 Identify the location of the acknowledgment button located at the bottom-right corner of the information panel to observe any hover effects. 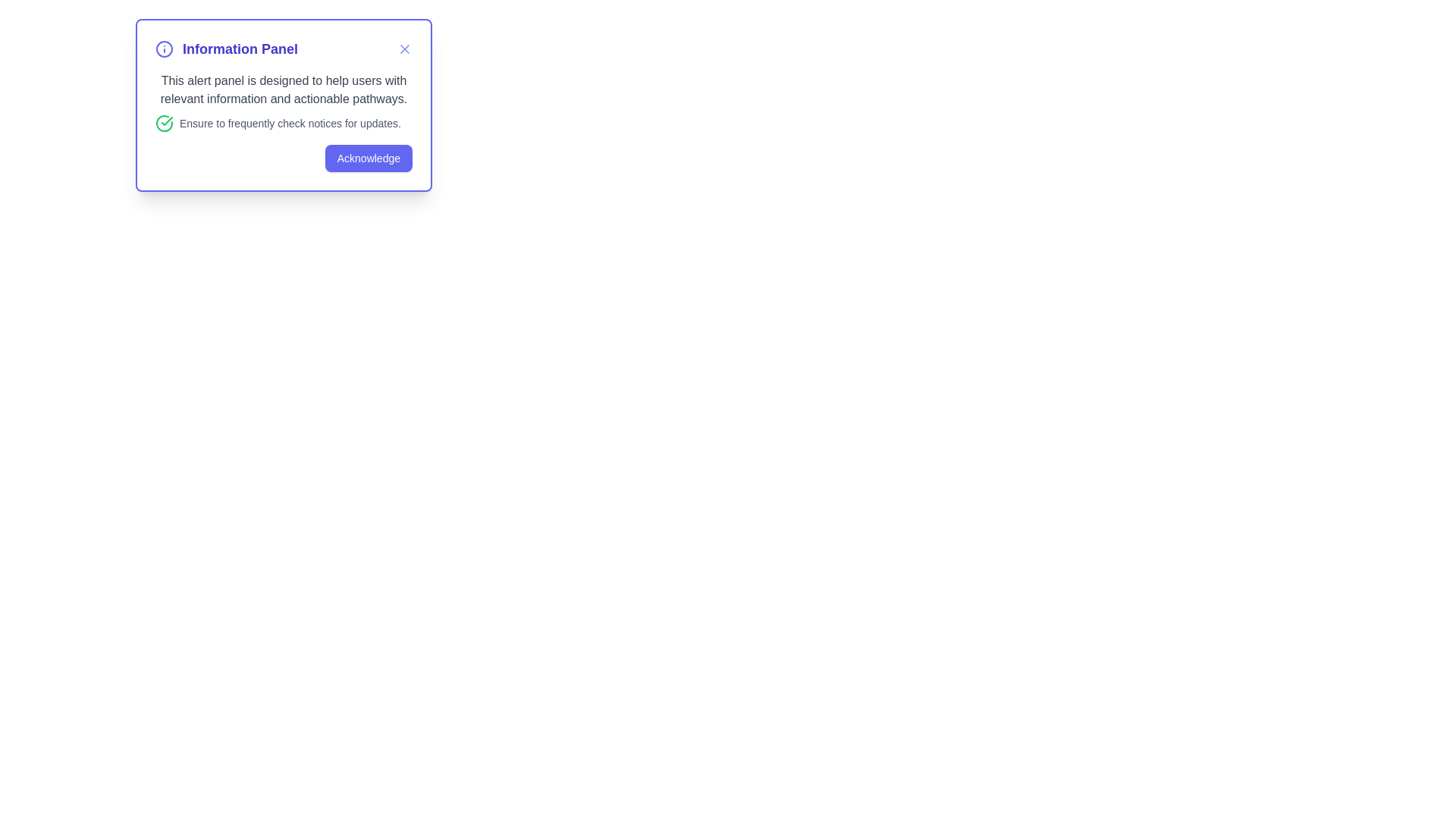
(369, 158).